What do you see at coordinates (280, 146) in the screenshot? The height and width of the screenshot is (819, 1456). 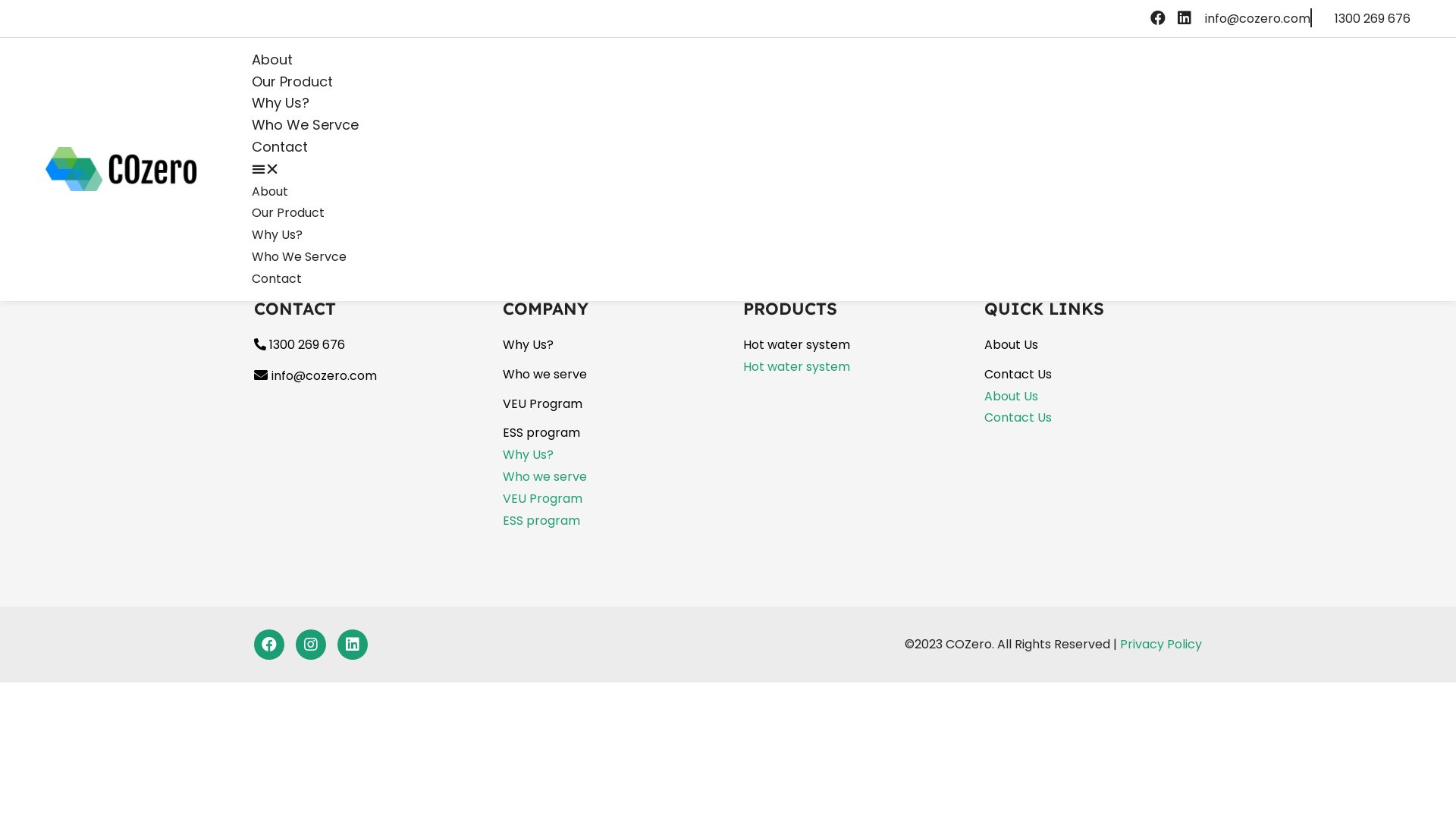 I see `'Contact'` at bounding box center [280, 146].